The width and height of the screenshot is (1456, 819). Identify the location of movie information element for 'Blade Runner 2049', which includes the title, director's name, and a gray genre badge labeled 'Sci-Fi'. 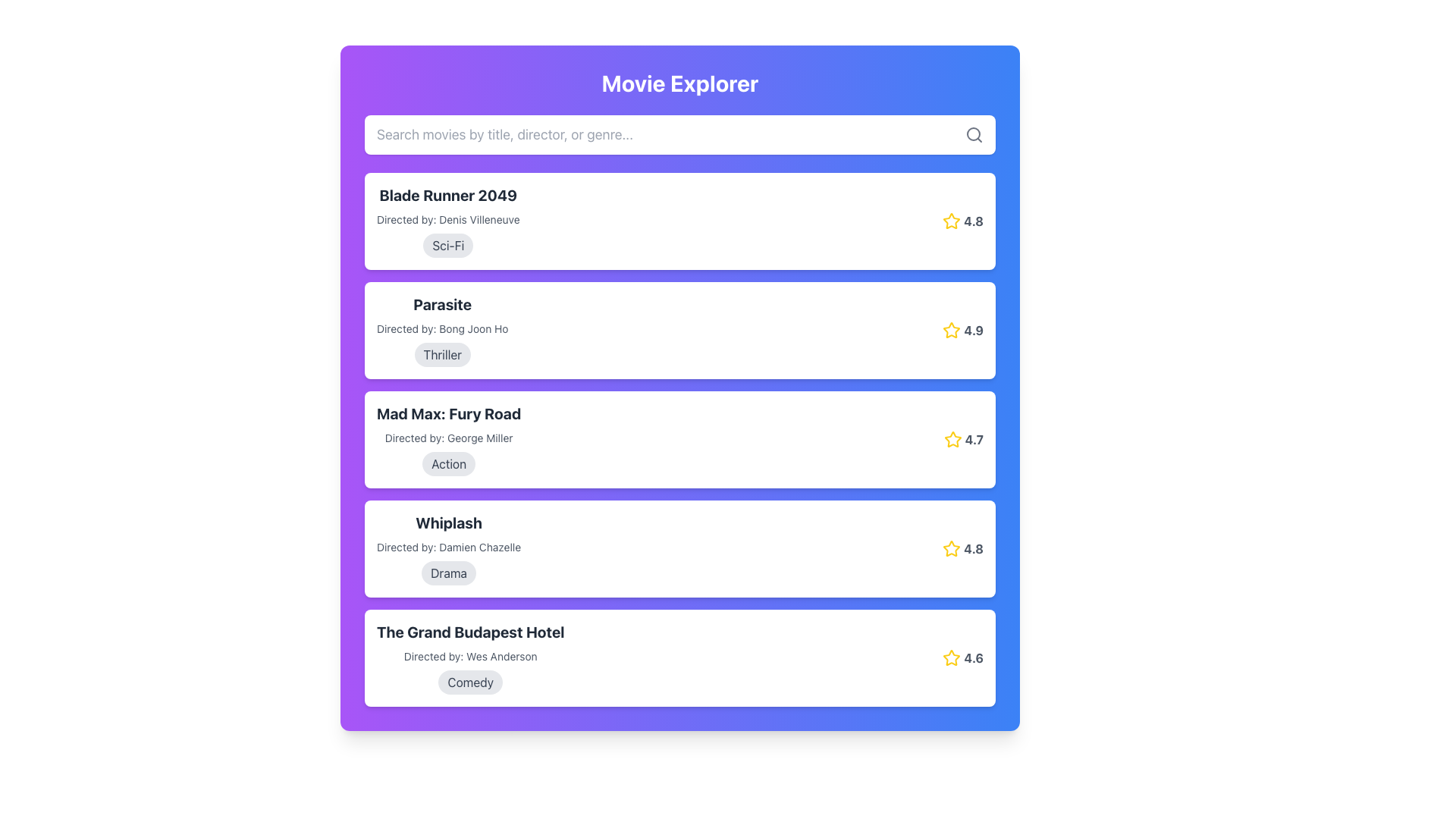
(447, 221).